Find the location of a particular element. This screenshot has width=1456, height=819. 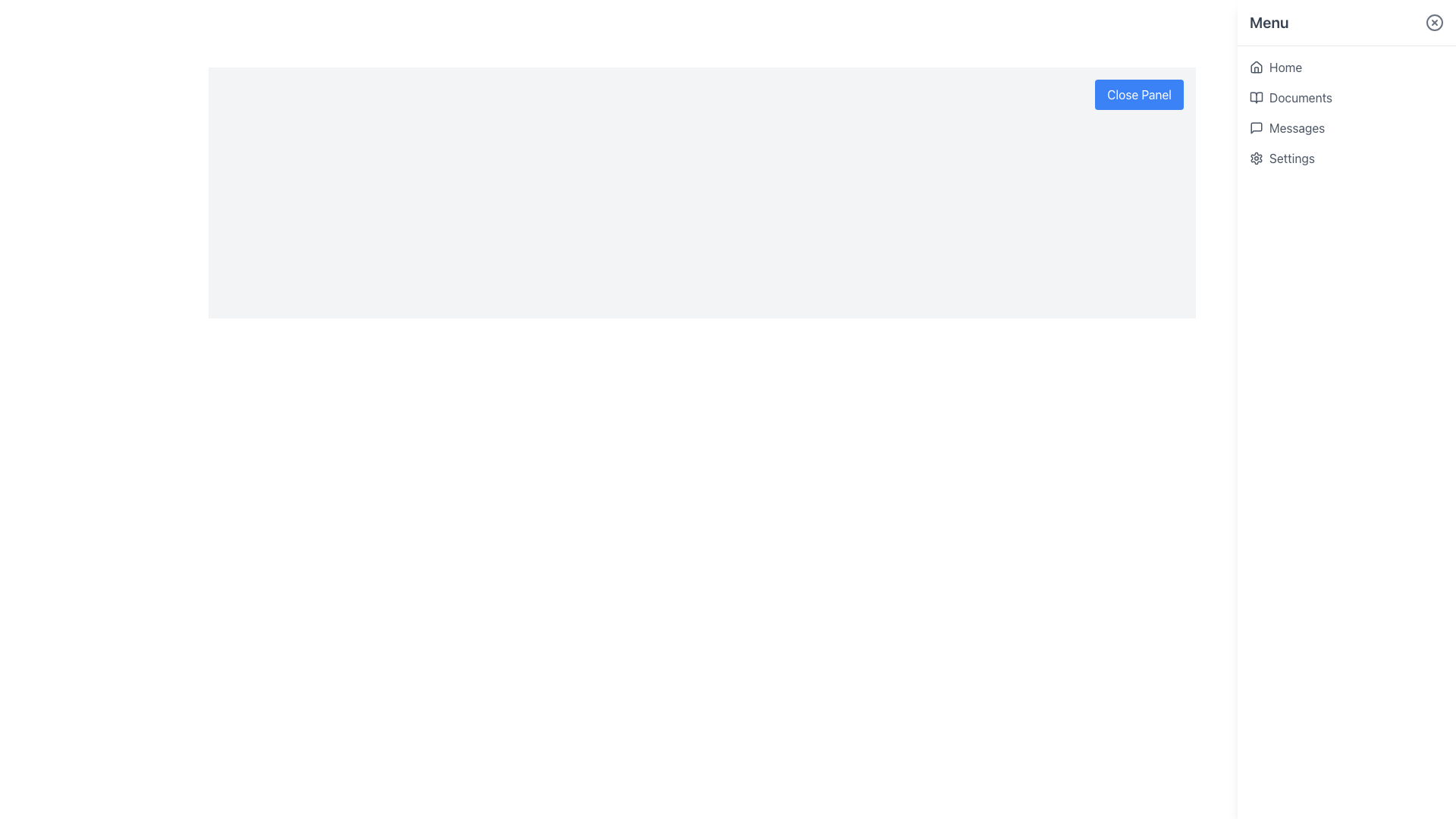

the close button located in the top-right corner of the menu panel header, adjacent to the 'Menu' text is located at coordinates (1433, 23).